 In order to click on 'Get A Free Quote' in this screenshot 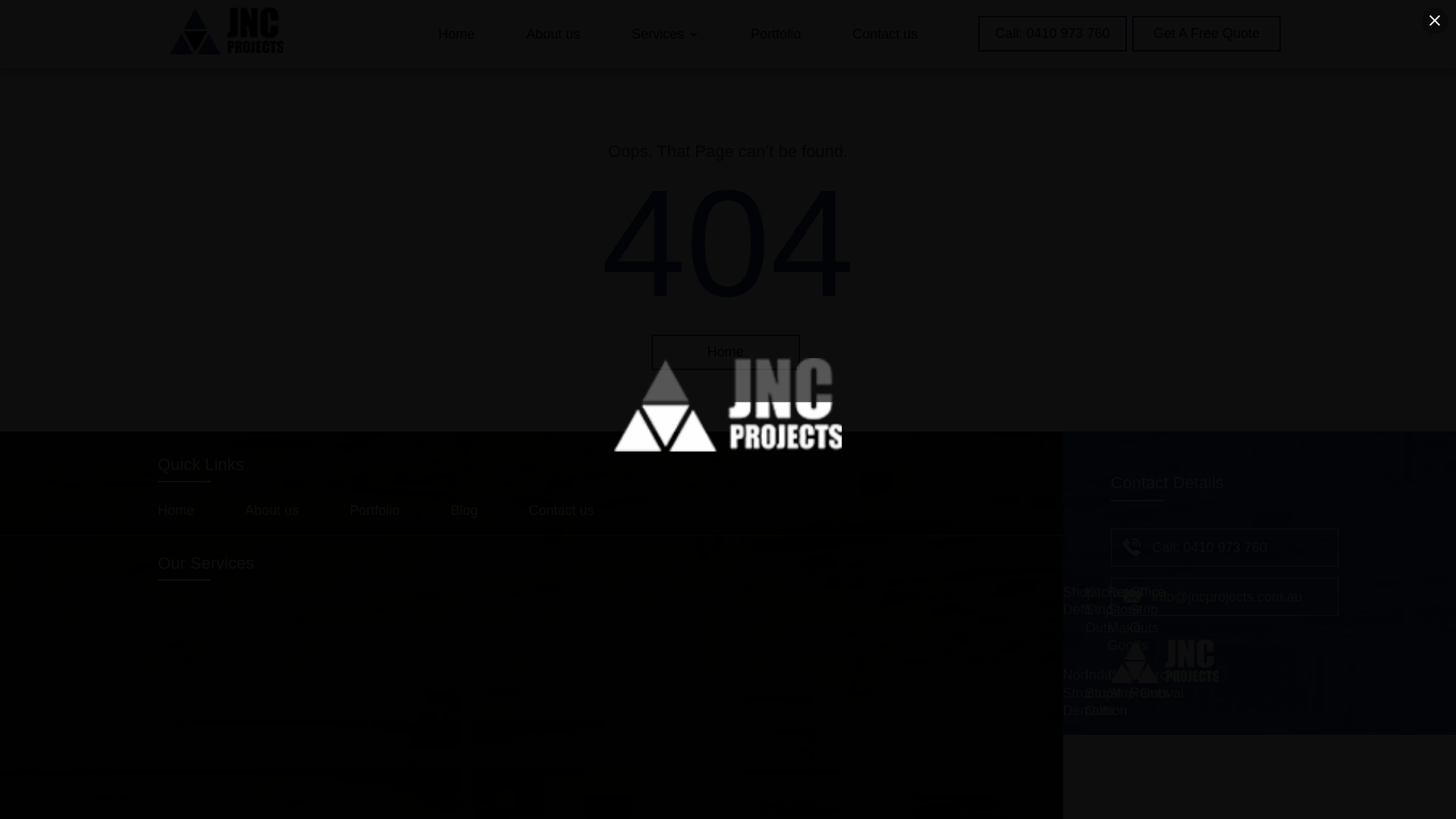, I will do `click(1205, 33)`.